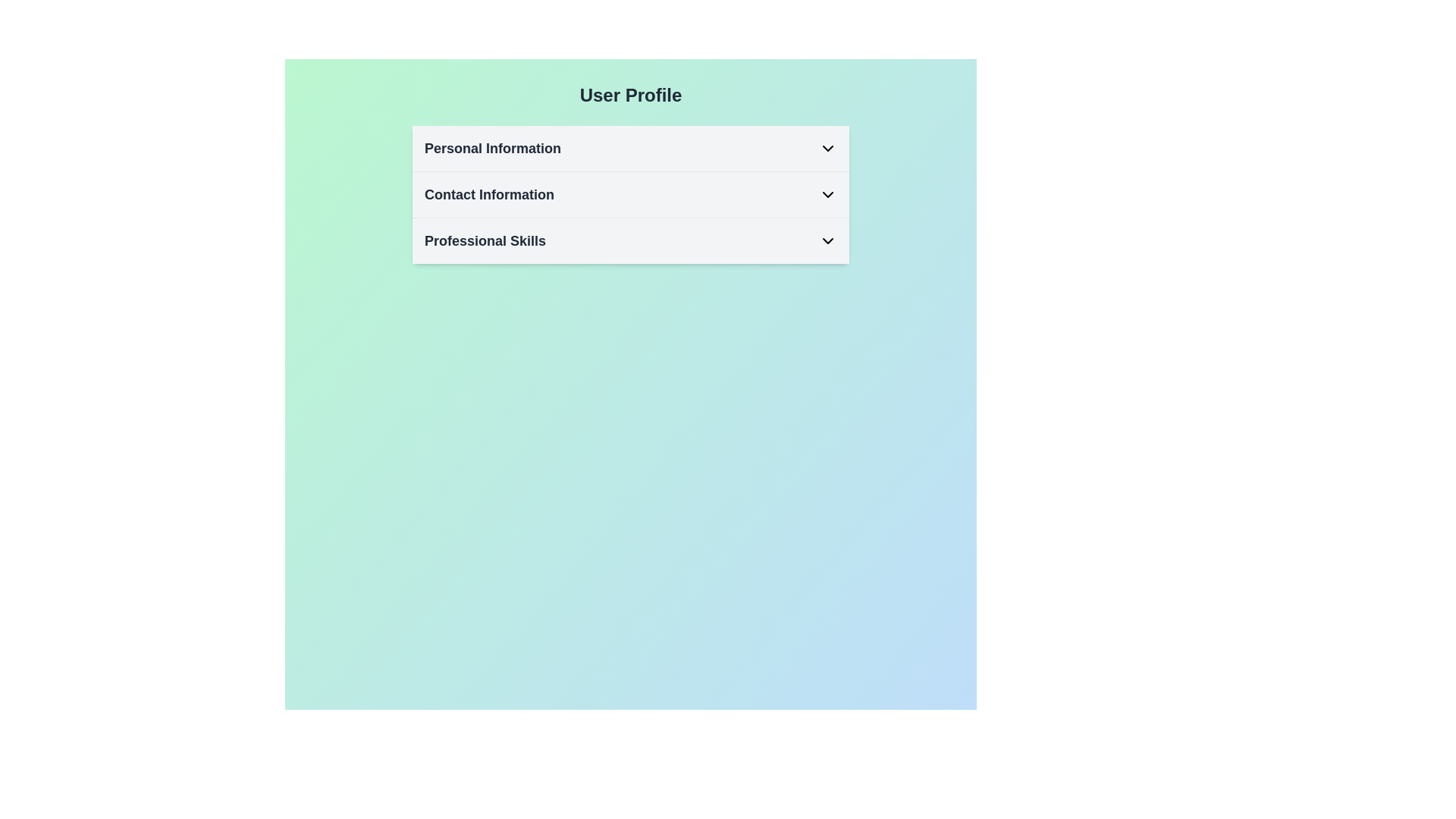 The image size is (1456, 819). Describe the element at coordinates (827, 149) in the screenshot. I see `the Downward-chevron icon located at the top-right corner of the 'Personal Information' section` at that location.